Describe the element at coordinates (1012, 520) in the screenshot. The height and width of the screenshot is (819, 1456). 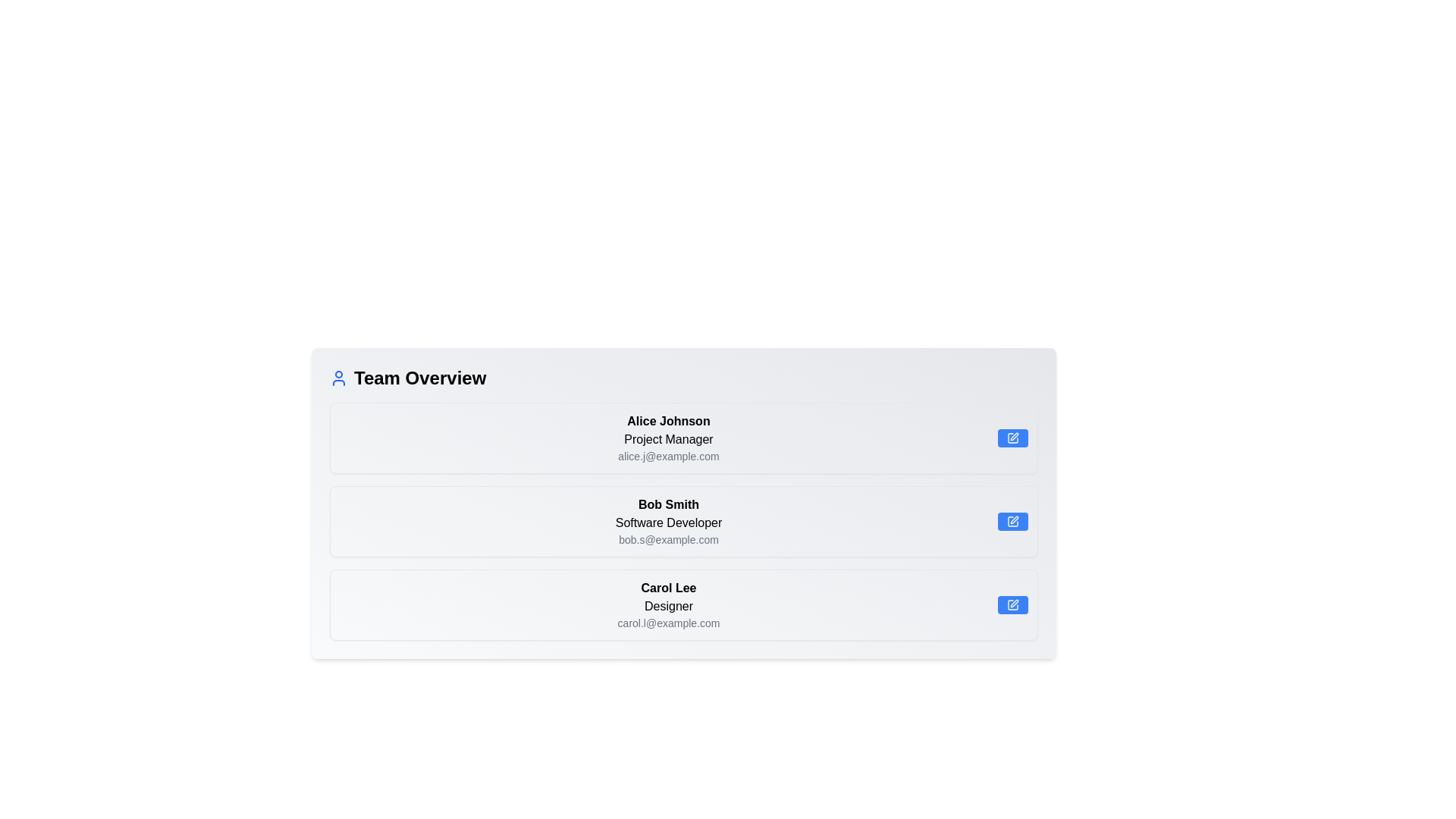
I see `the editing icon located within the blue button to the right of the 'Bob Smith' user card in the 'Team Overview' section` at that location.